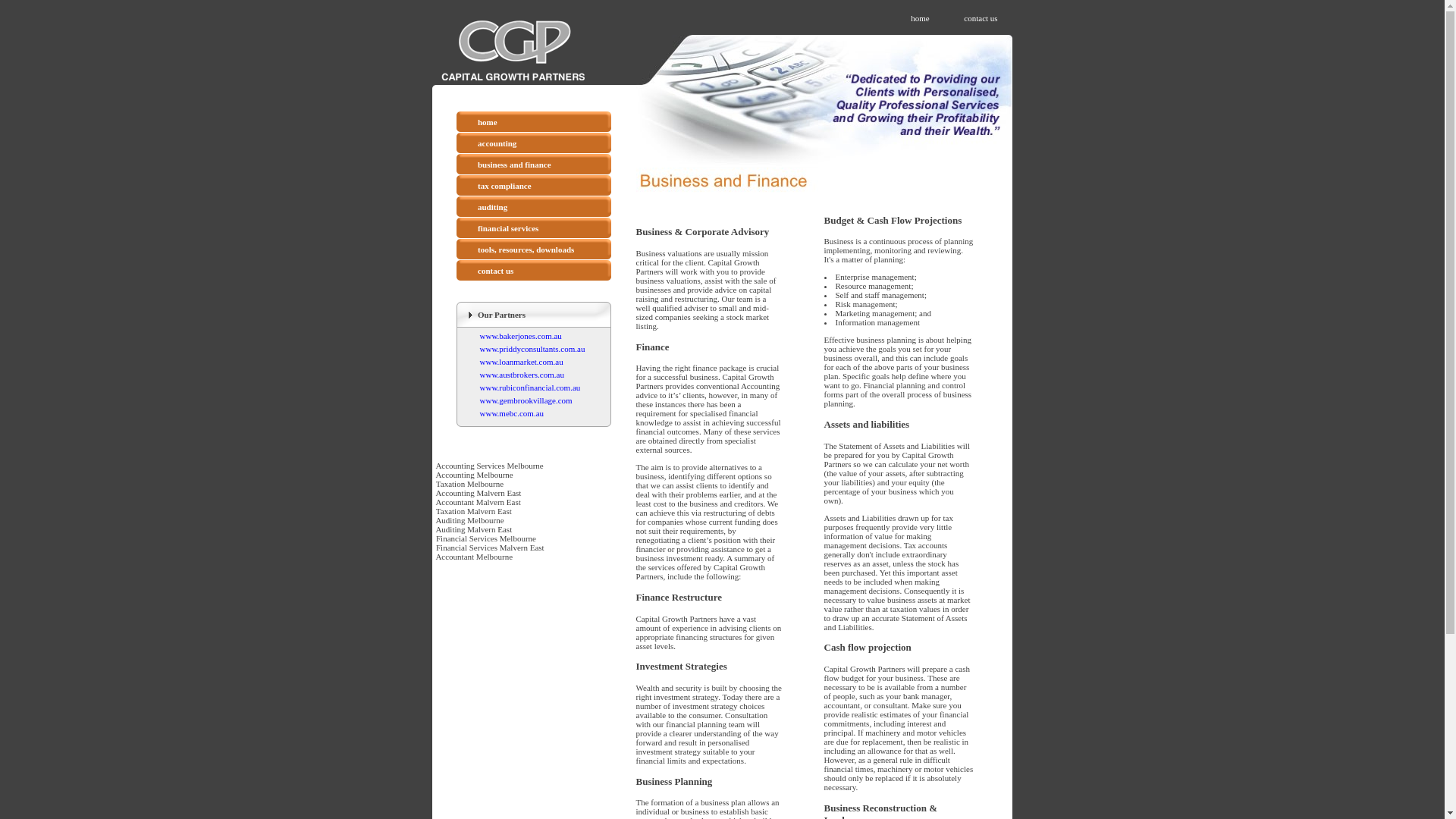 This screenshot has width=1456, height=819. Describe the element at coordinates (521, 374) in the screenshot. I see `'www.austbrokers.com.au'` at that location.